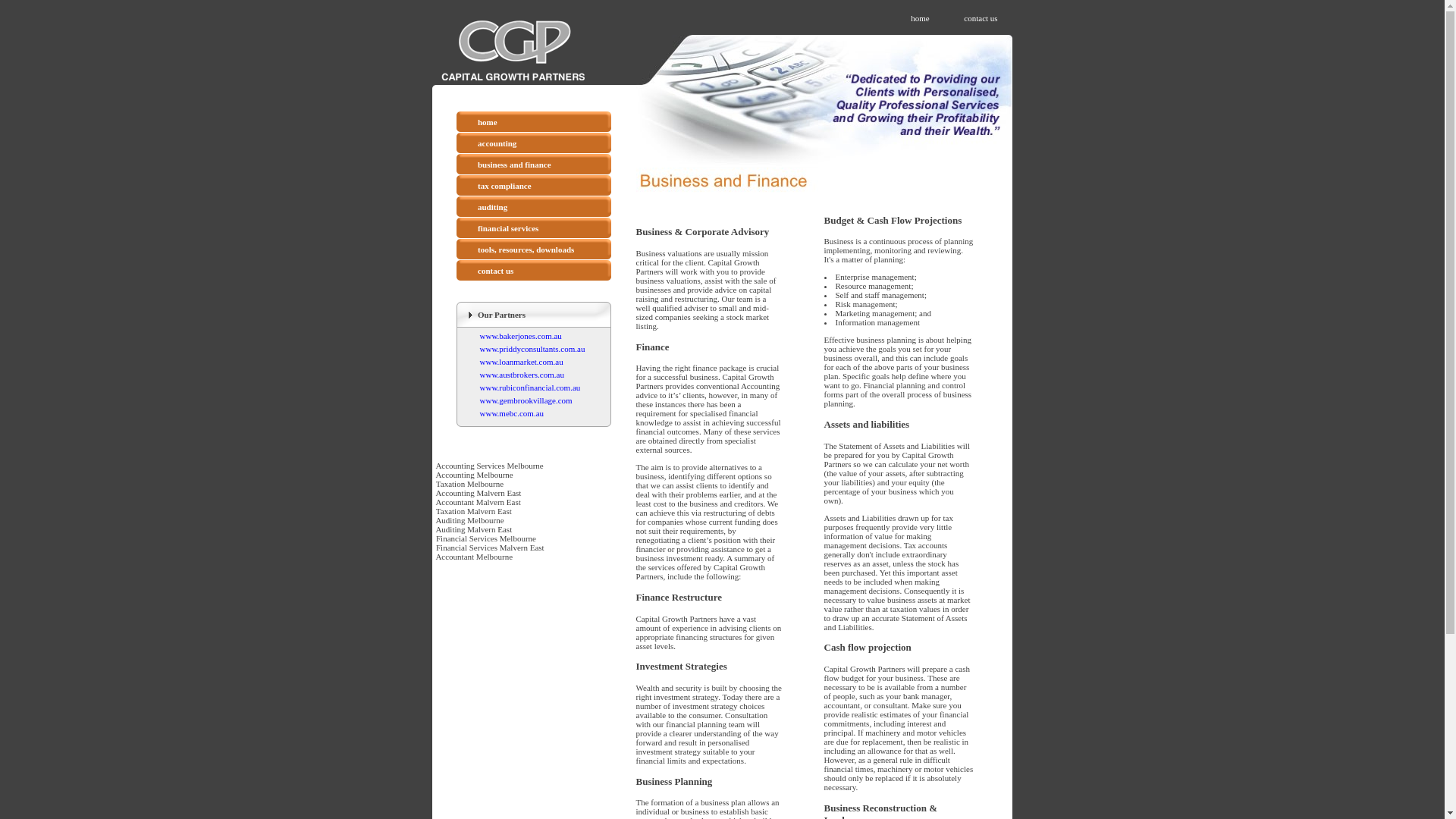 This screenshot has width=1456, height=819. Describe the element at coordinates (521, 374) in the screenshot. I see `'www.austbrokers.com.au'` at that location.